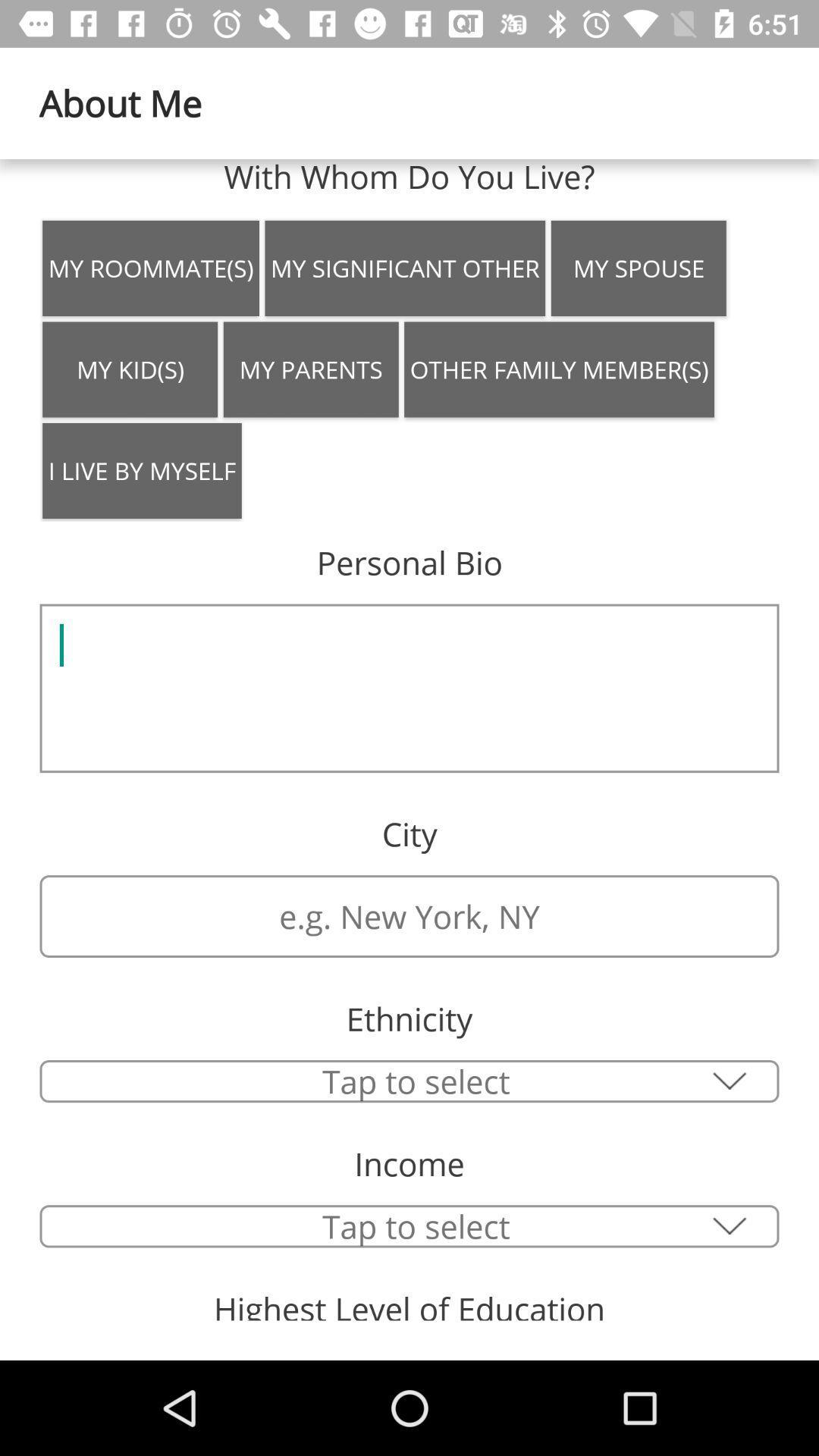 Image resolution: width=819 pixels, height=1456 pixels. Describe the element at coordinates (142, 469) in the screenshot. I see `icon above personal bio` at that location.